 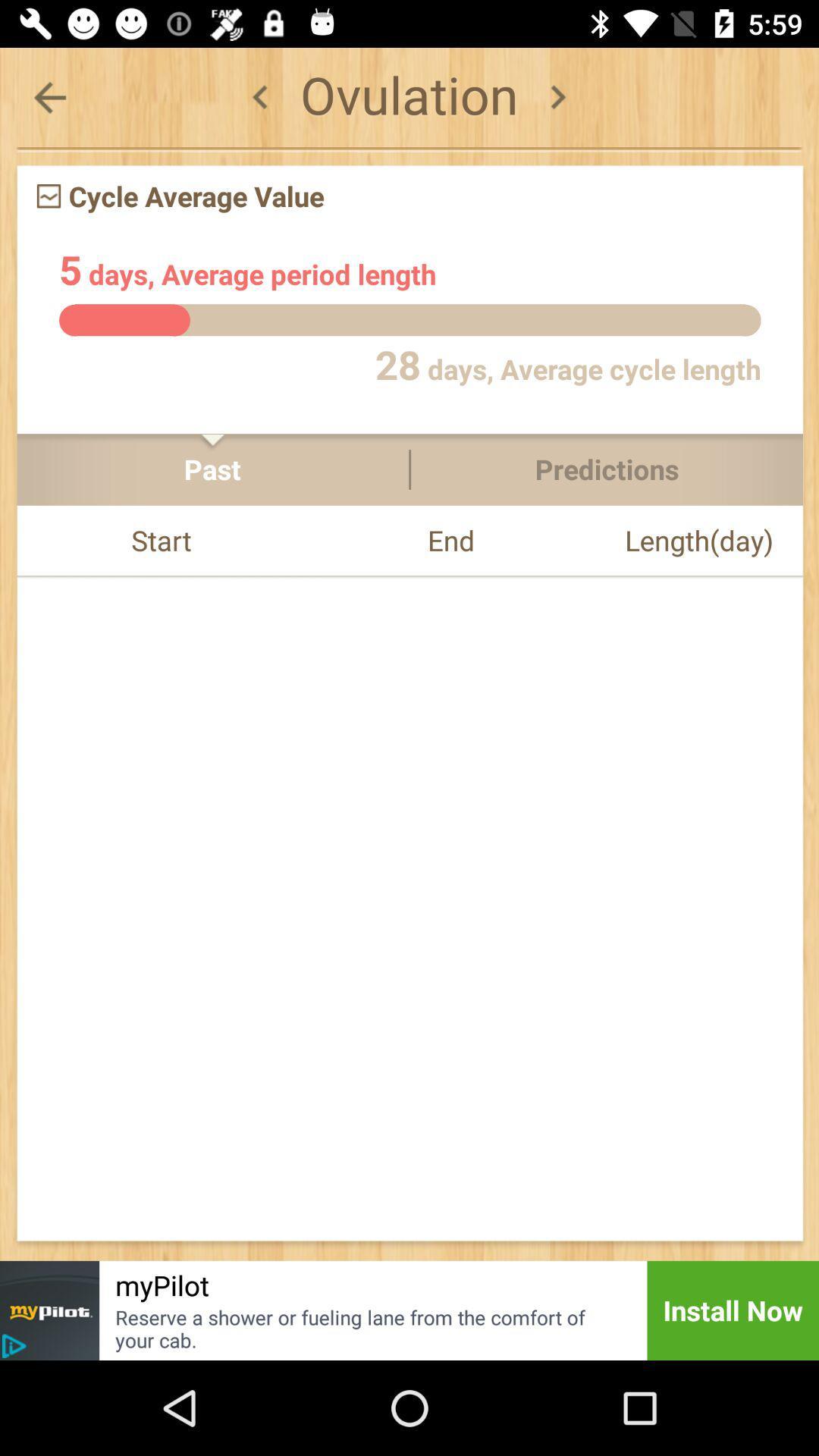 I want to click on the arrow_forward icon, so click(x=557, y=96).